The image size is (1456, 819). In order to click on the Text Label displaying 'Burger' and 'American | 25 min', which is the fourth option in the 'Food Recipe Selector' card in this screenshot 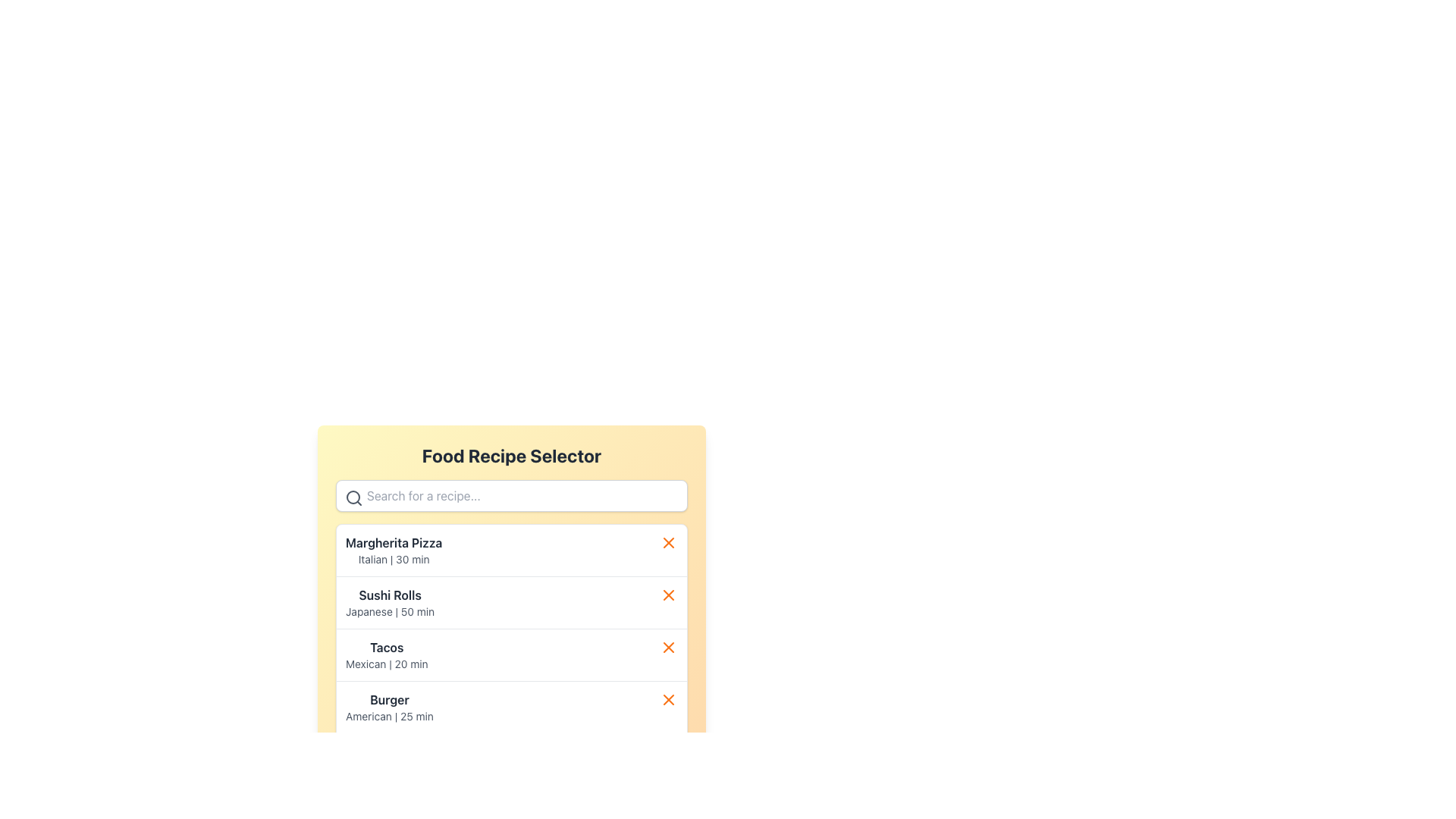, I will do `click(389, 708)`.